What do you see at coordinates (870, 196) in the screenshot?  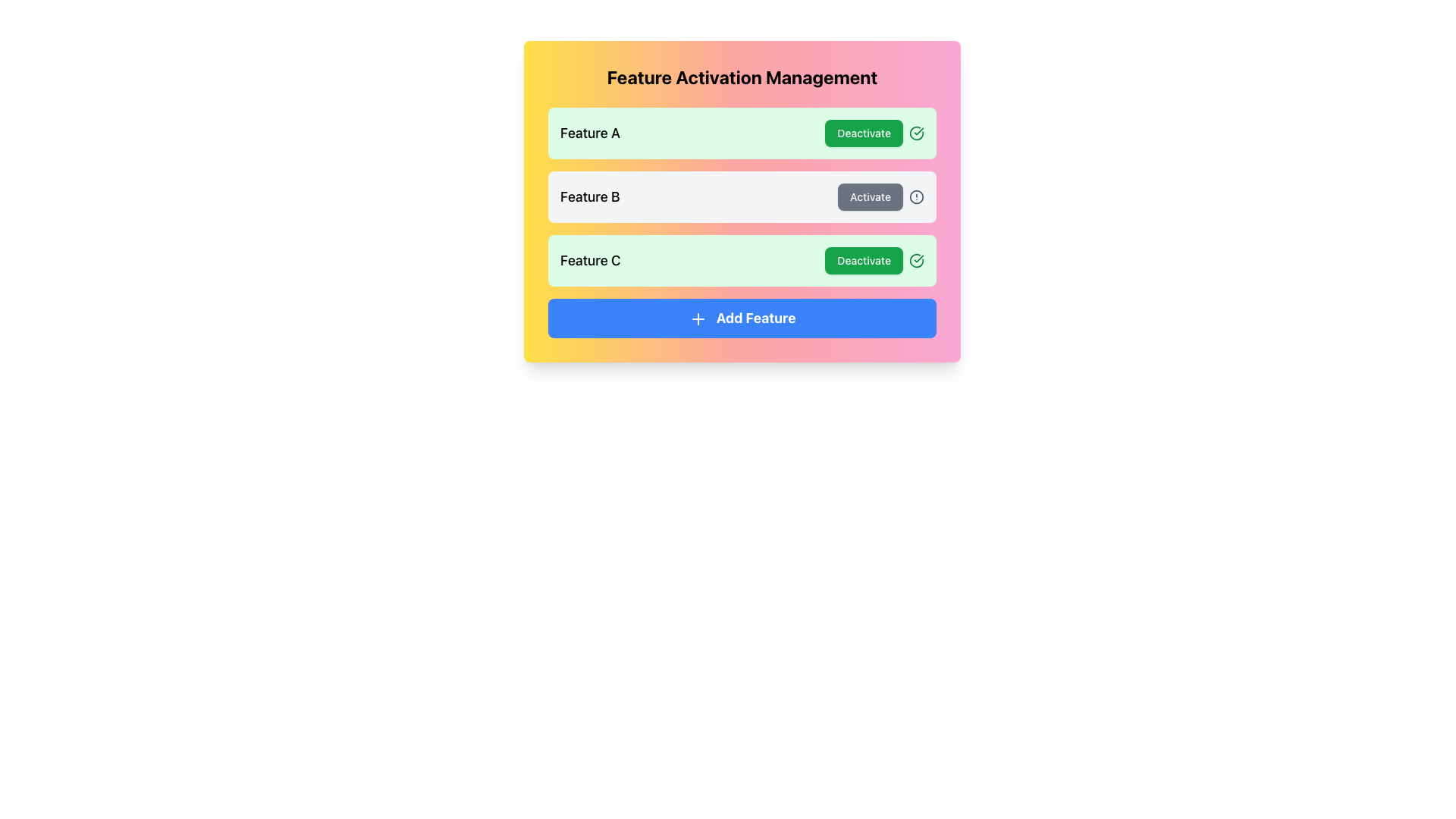 I see `the button to activate 'Feature B' which changes its background color` at bounding box center [870, 196].